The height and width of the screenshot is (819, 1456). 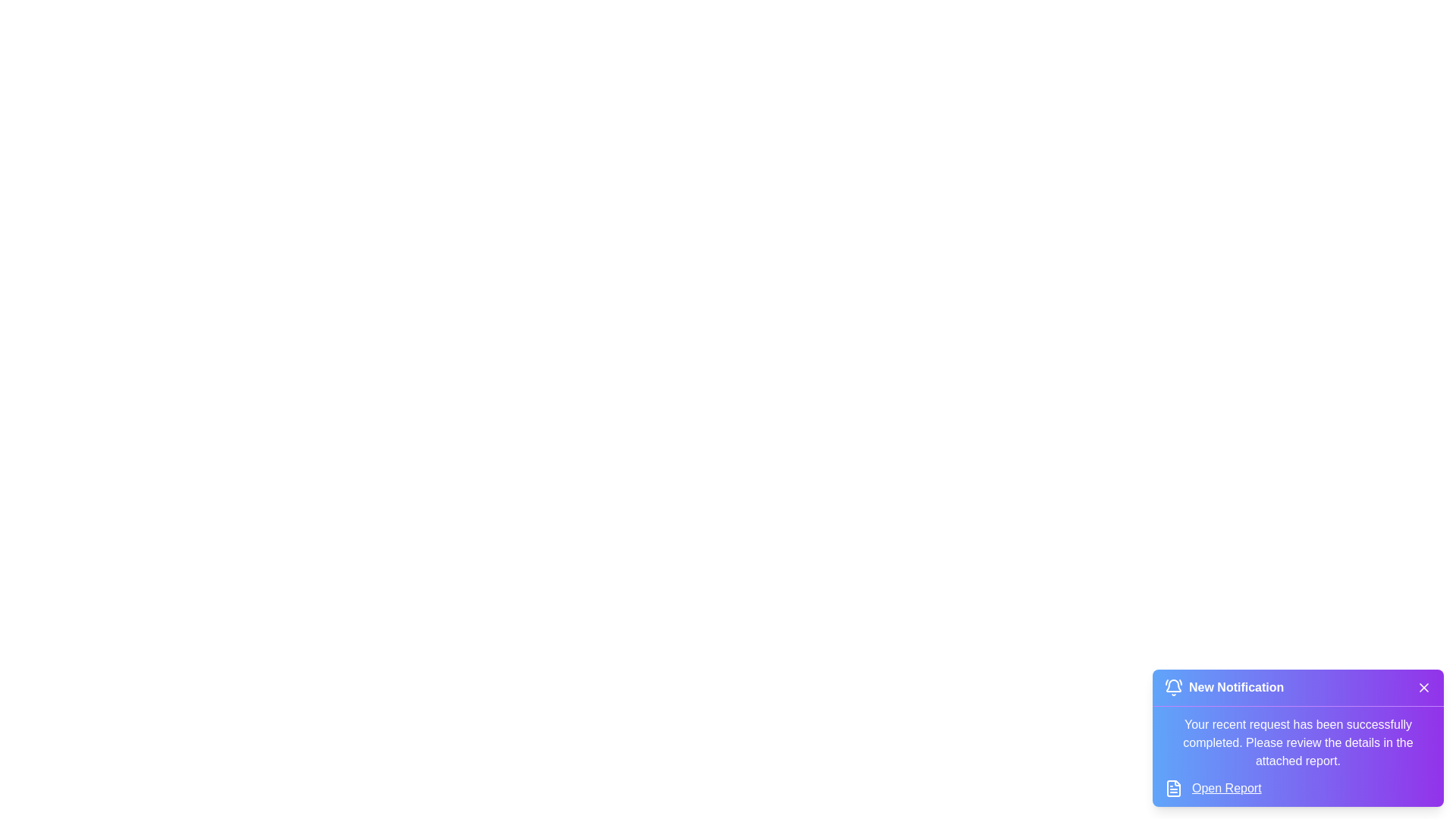 I want to click on the close button located at the top-right corner of the purple-gradient notification box, so click(x=1423, y=687).